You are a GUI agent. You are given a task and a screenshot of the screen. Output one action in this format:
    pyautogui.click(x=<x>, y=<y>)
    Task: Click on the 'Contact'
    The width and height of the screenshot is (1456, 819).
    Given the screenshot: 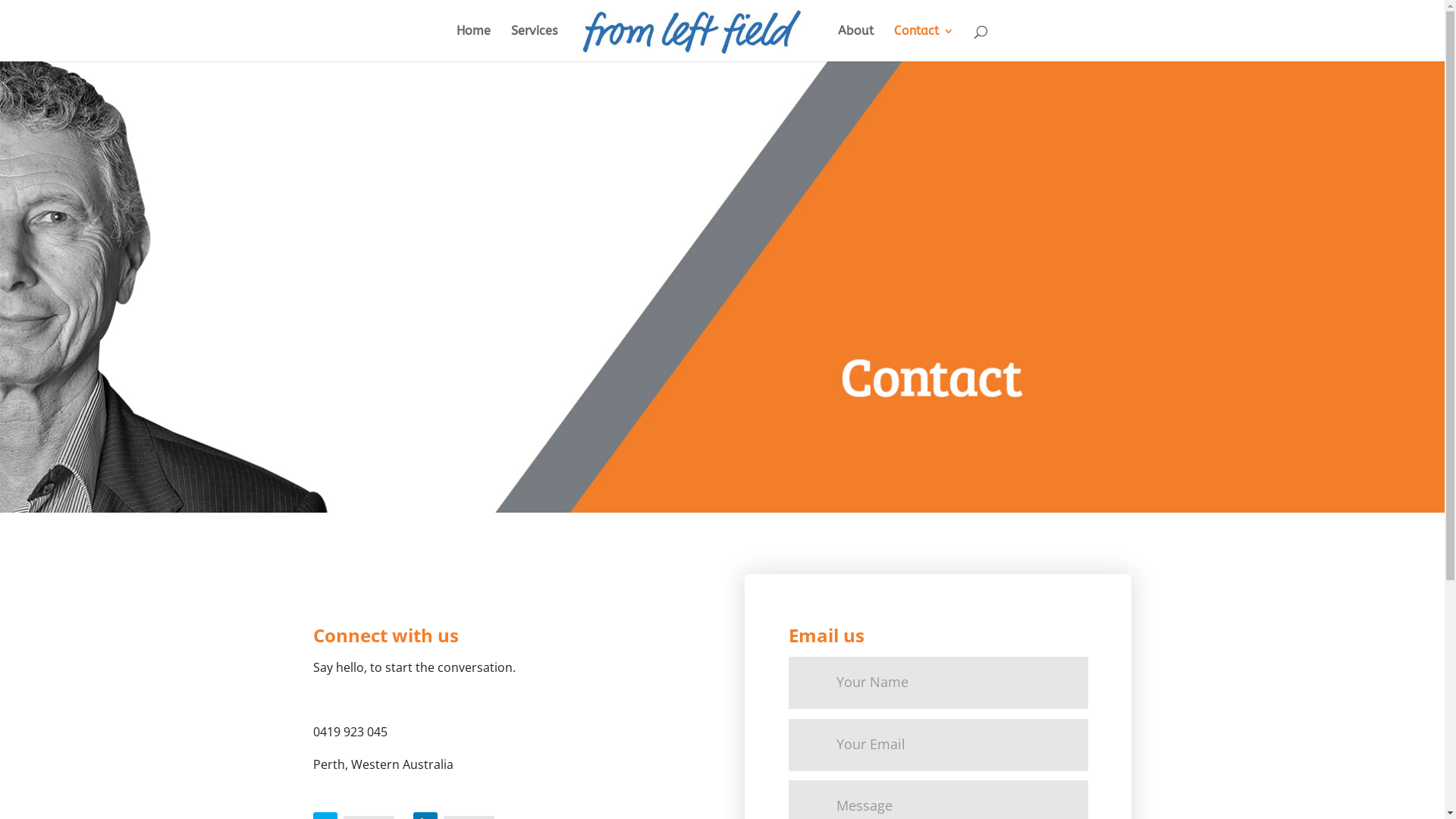 What is the action you would take?
    pyautogui.click(x=923, y=42)
    